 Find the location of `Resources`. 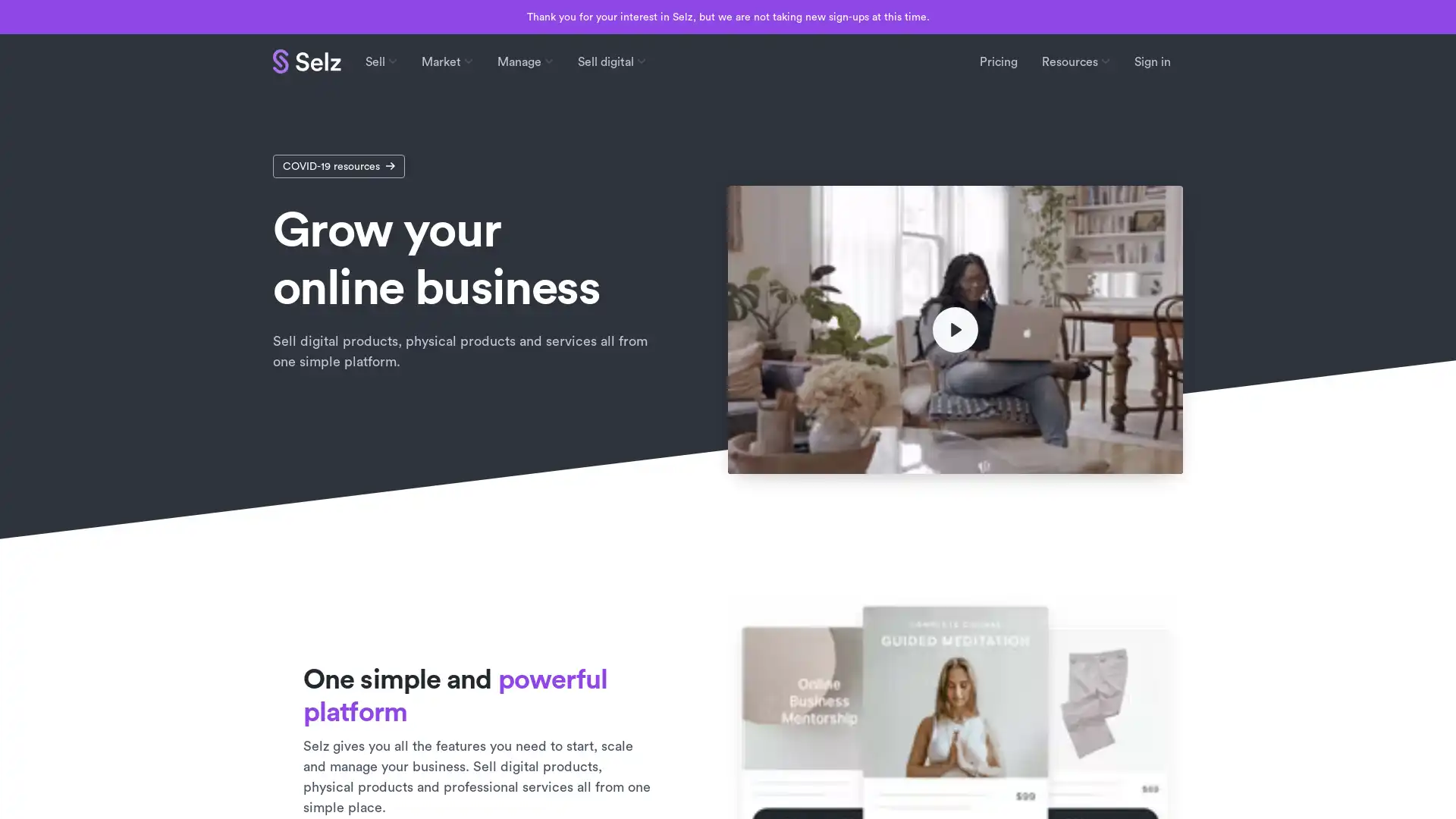

Resources is located at coordinates (1075, 61).